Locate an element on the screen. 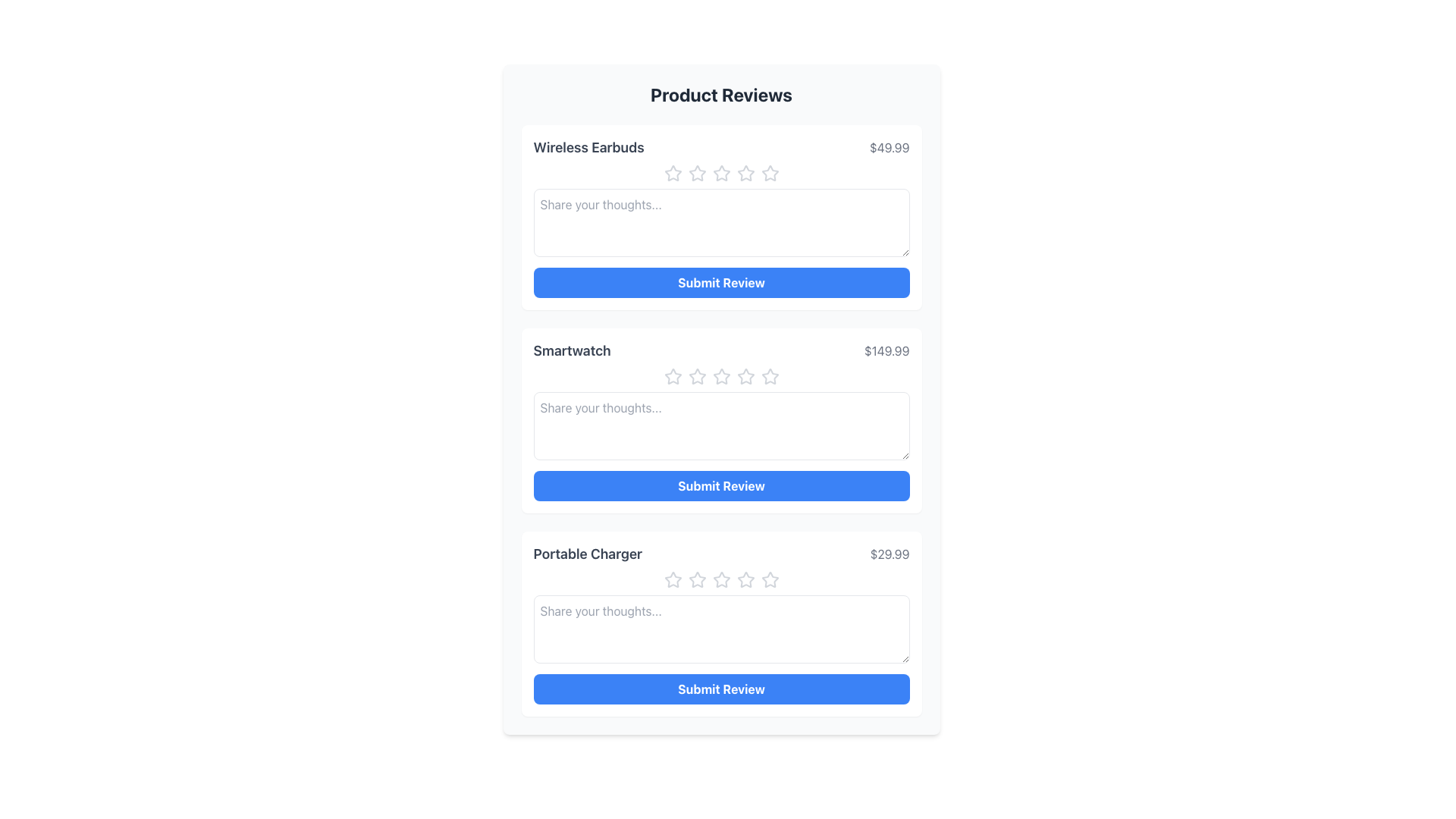 The height and width of the screenshot is (819, 1456). the hollow star icon in the second review card under the 'Smartwatch' section to give a one-star rating is located at coordinates (672, 375).